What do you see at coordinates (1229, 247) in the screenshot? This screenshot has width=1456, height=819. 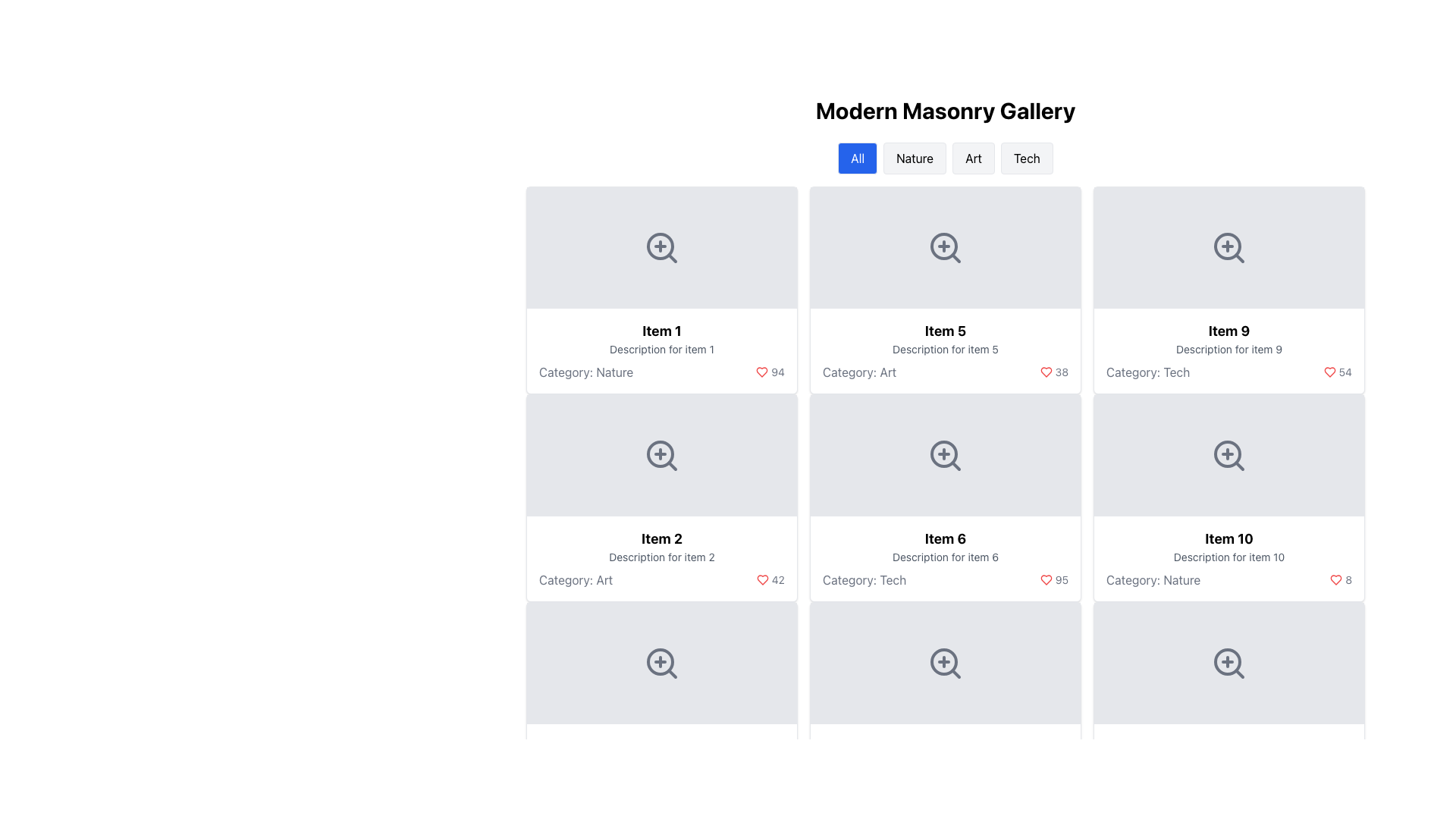 I see `the magnifying glass icon with a plus sign in the center, located in the top section of the card labeled 'Item 9', which is in the third column of the third row in the grid layout` at bounding box center [1229, 247].